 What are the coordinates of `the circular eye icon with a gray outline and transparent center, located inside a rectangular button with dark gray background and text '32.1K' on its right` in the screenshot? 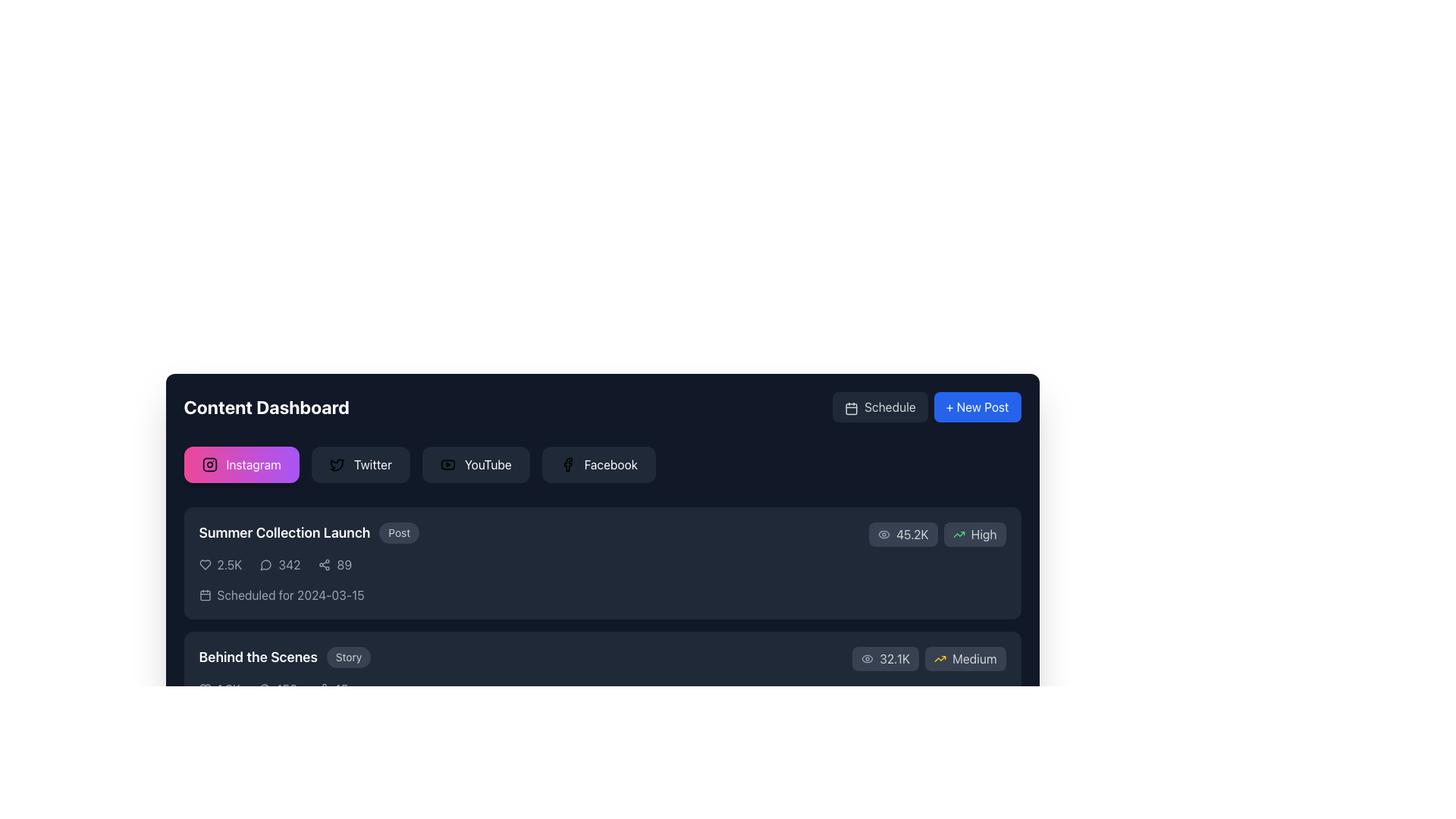 It's located at (868, 657).